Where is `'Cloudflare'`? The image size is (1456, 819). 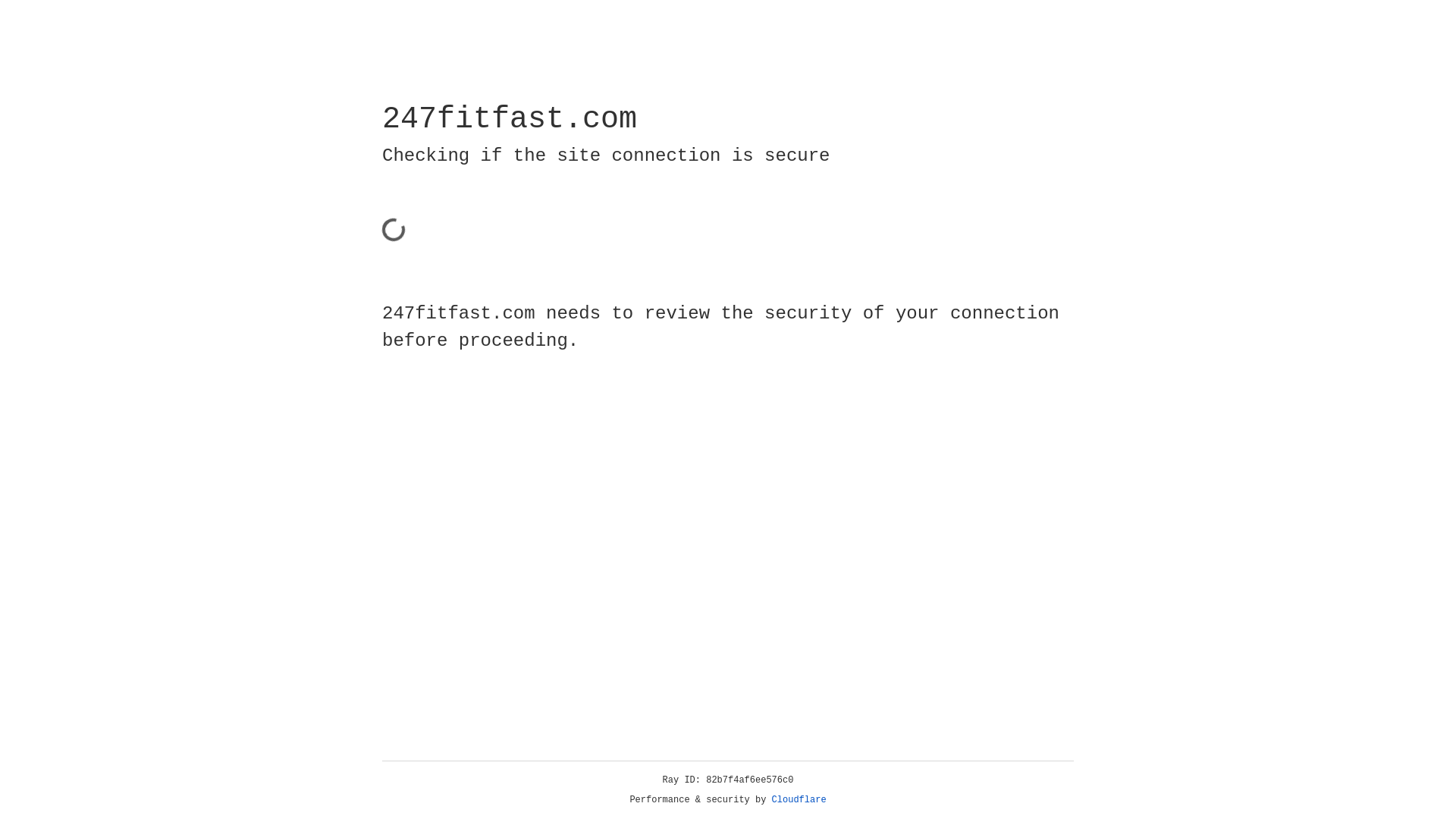 'Cloudflare' is located at coordinates (799, 799).